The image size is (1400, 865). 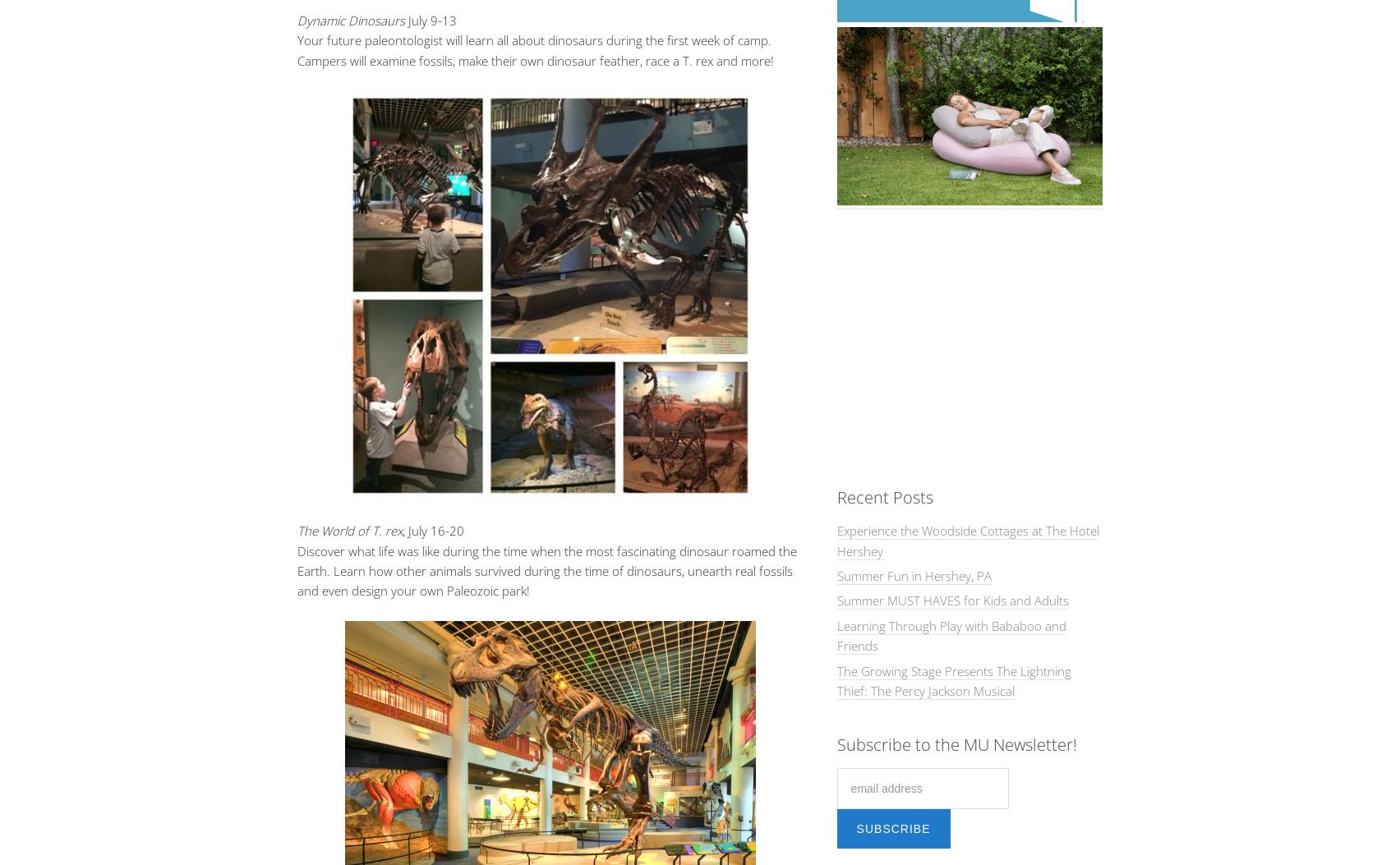 What do you see at coordinates (950, 635) in the screenshot?
I see `'Learning Through Play with Bababoo and Friends'` at bounding box center [950, 635].